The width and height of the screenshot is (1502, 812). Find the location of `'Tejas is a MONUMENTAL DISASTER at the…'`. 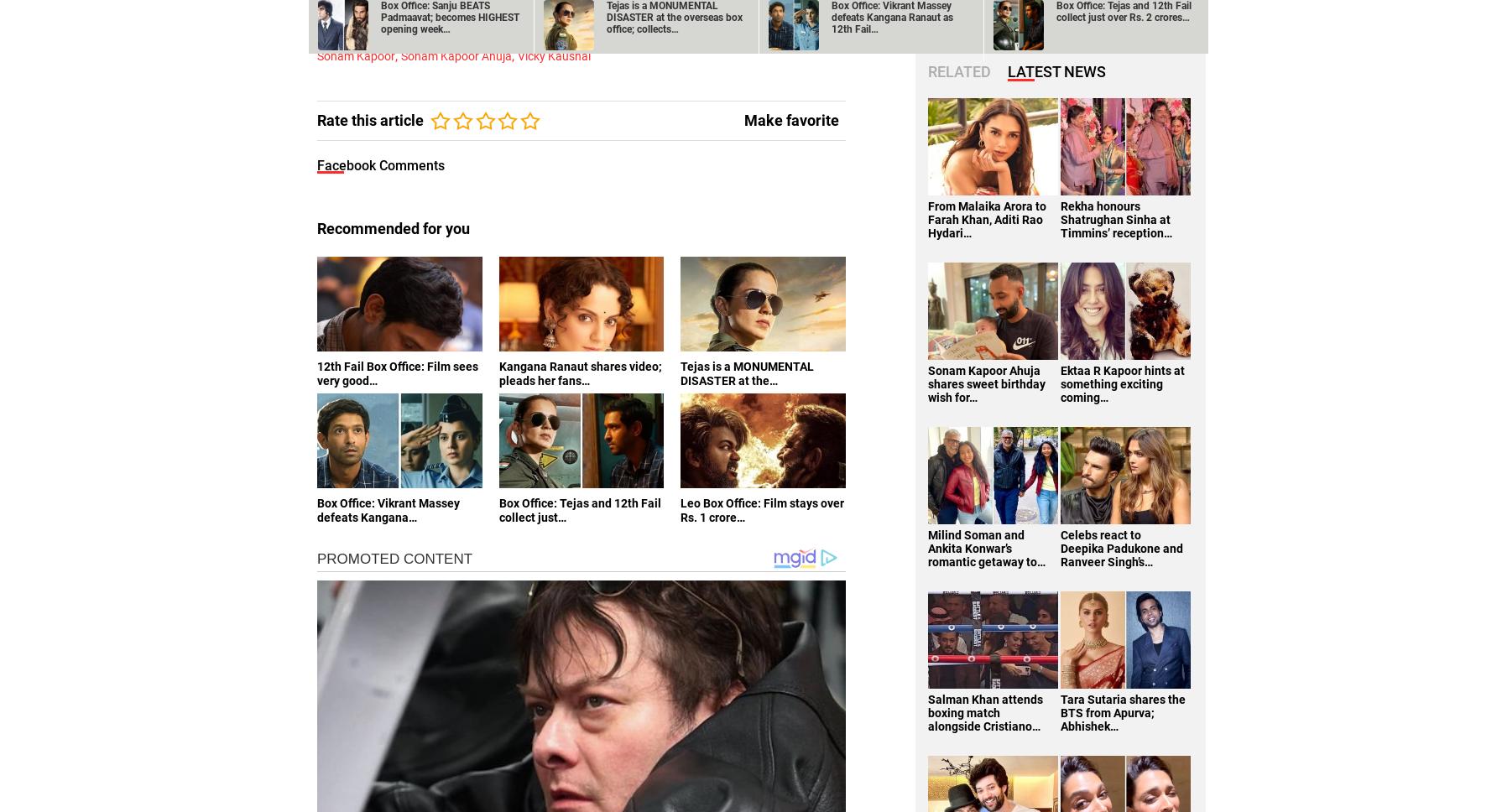

'Tejas is a MONUMENTAL DISASTER at the…' is located at coordinates (746, 372).